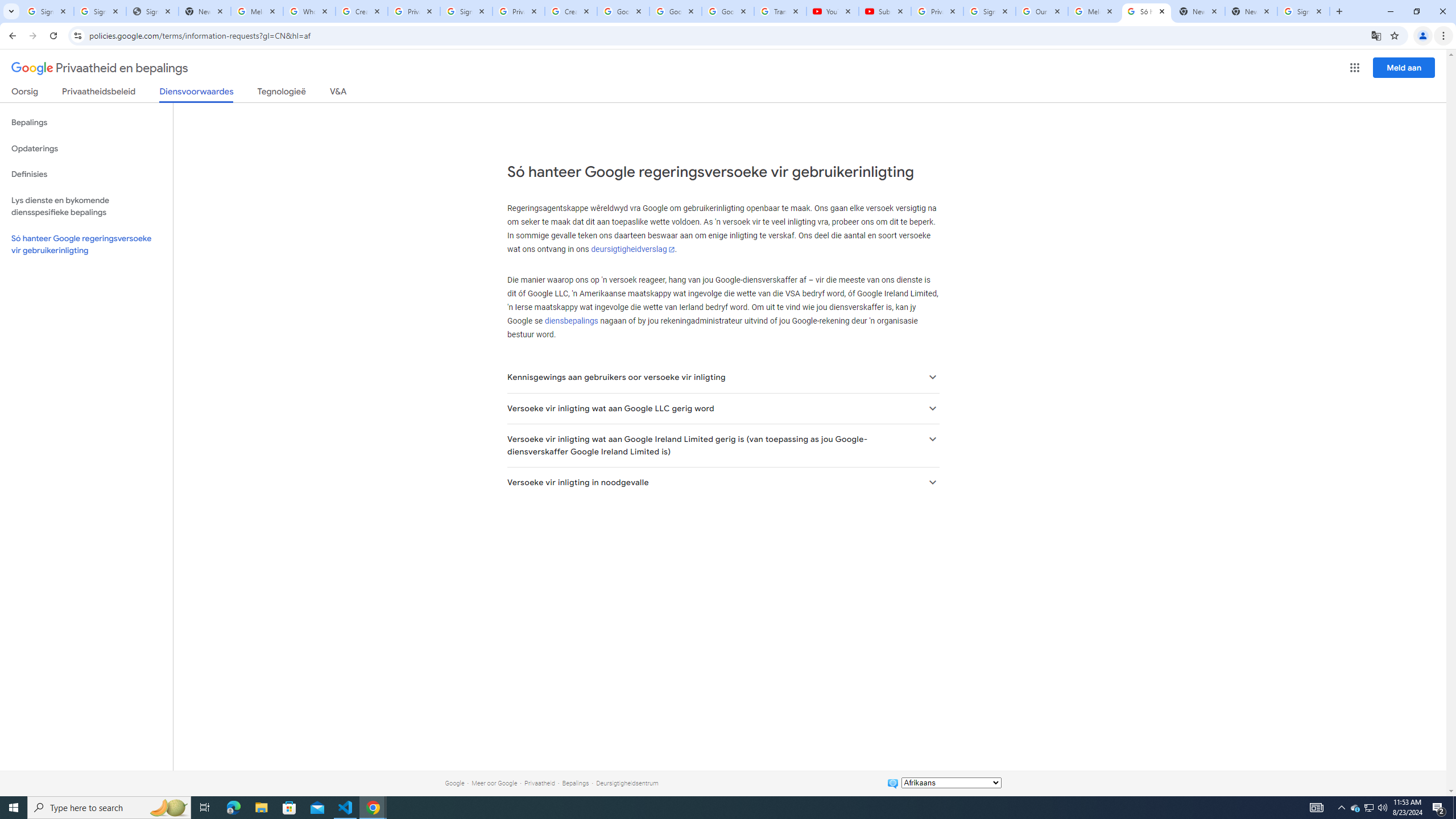 Image resolution: width=1456 pixels, height=819 pixels. What do you see at coordinates (454, 783) in the screenshot?
I see `'Google'` at bounding box center [454, 783].